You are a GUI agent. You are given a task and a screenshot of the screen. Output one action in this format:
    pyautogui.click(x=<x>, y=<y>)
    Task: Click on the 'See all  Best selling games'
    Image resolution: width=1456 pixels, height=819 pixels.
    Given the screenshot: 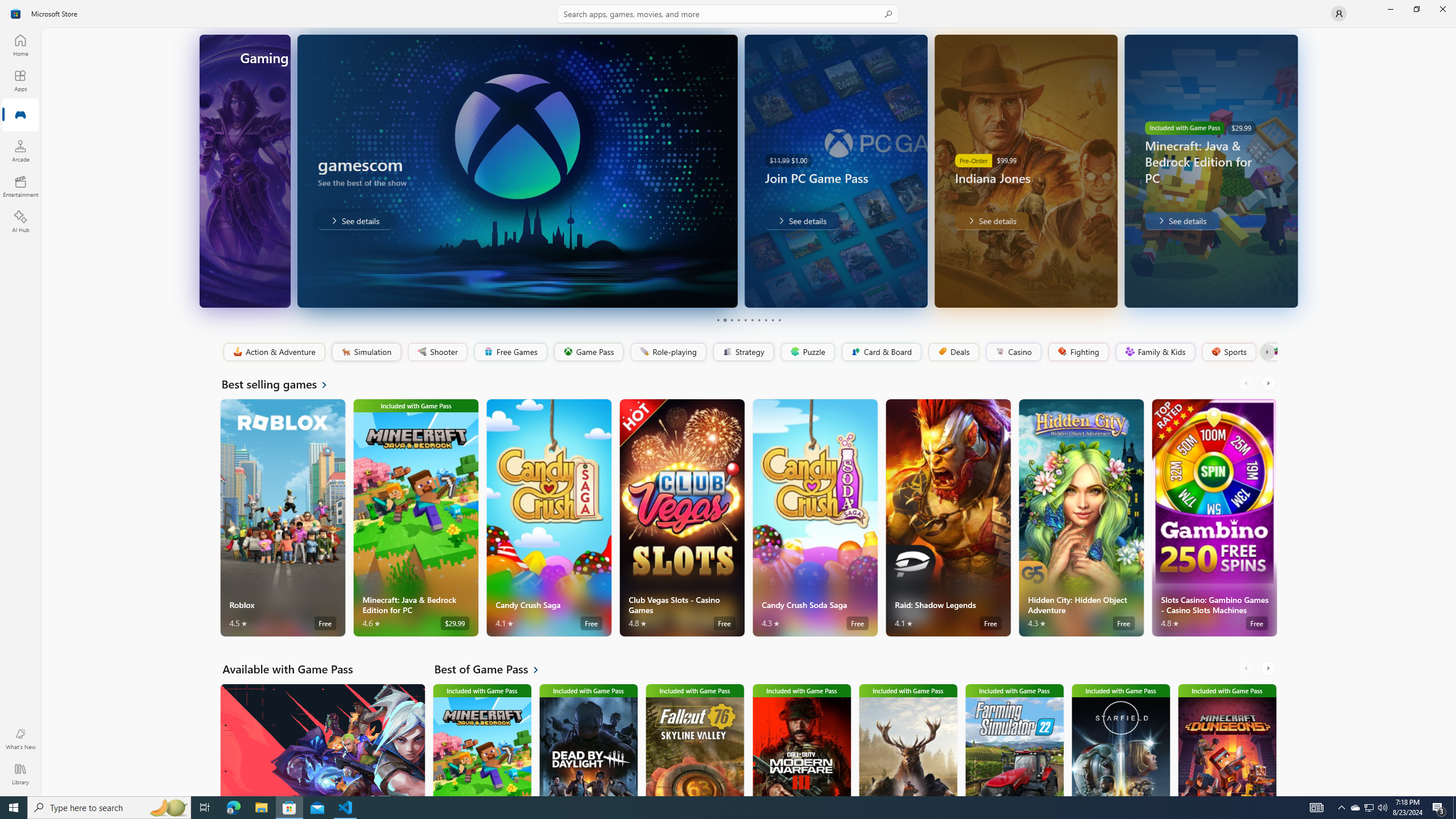 What is the action you would take?
    pyautogui.click(x=280, y=383)
    